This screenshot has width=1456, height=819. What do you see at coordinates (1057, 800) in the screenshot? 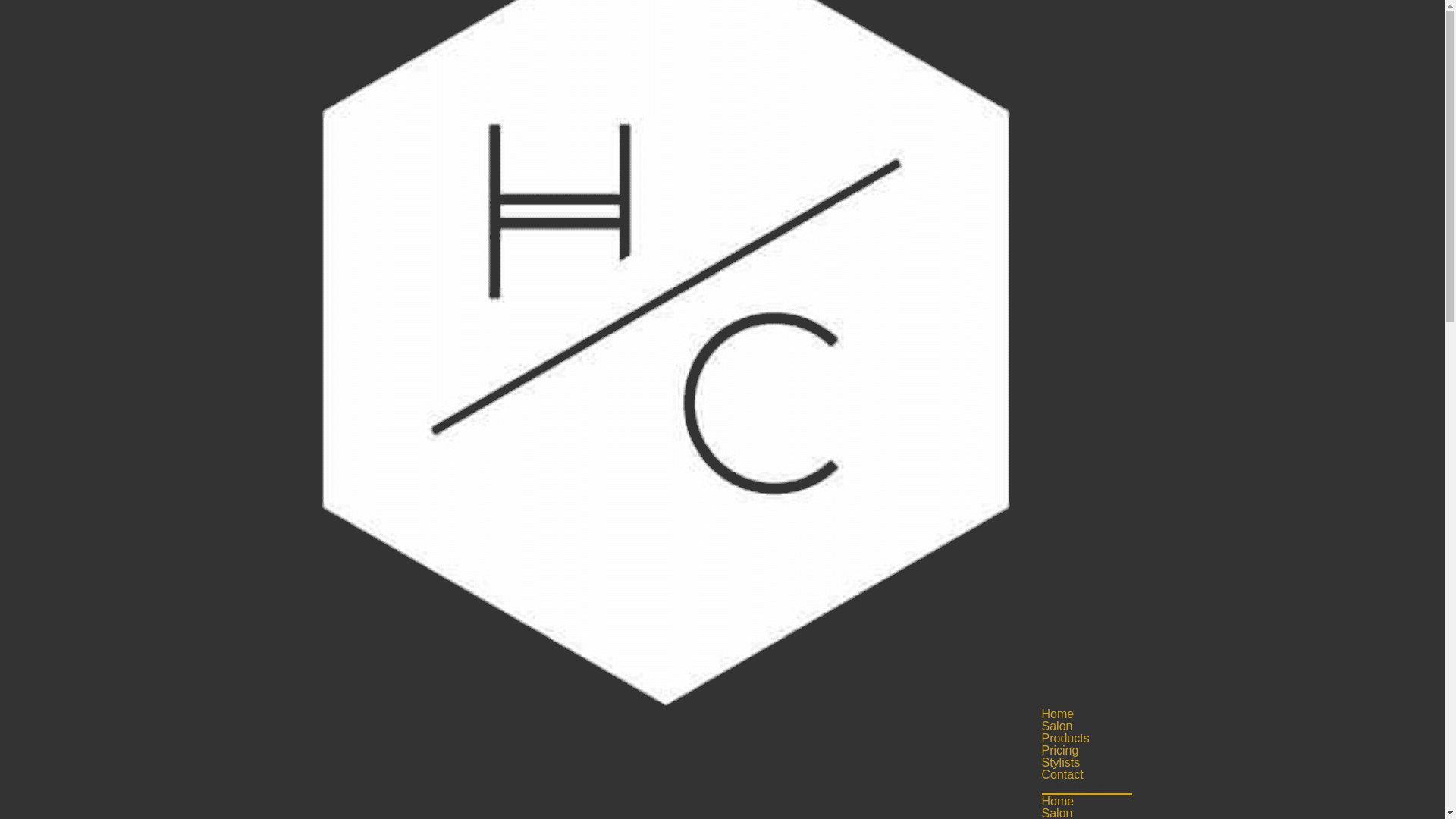
I see `'Home'` at bounding box center [1057, 800].